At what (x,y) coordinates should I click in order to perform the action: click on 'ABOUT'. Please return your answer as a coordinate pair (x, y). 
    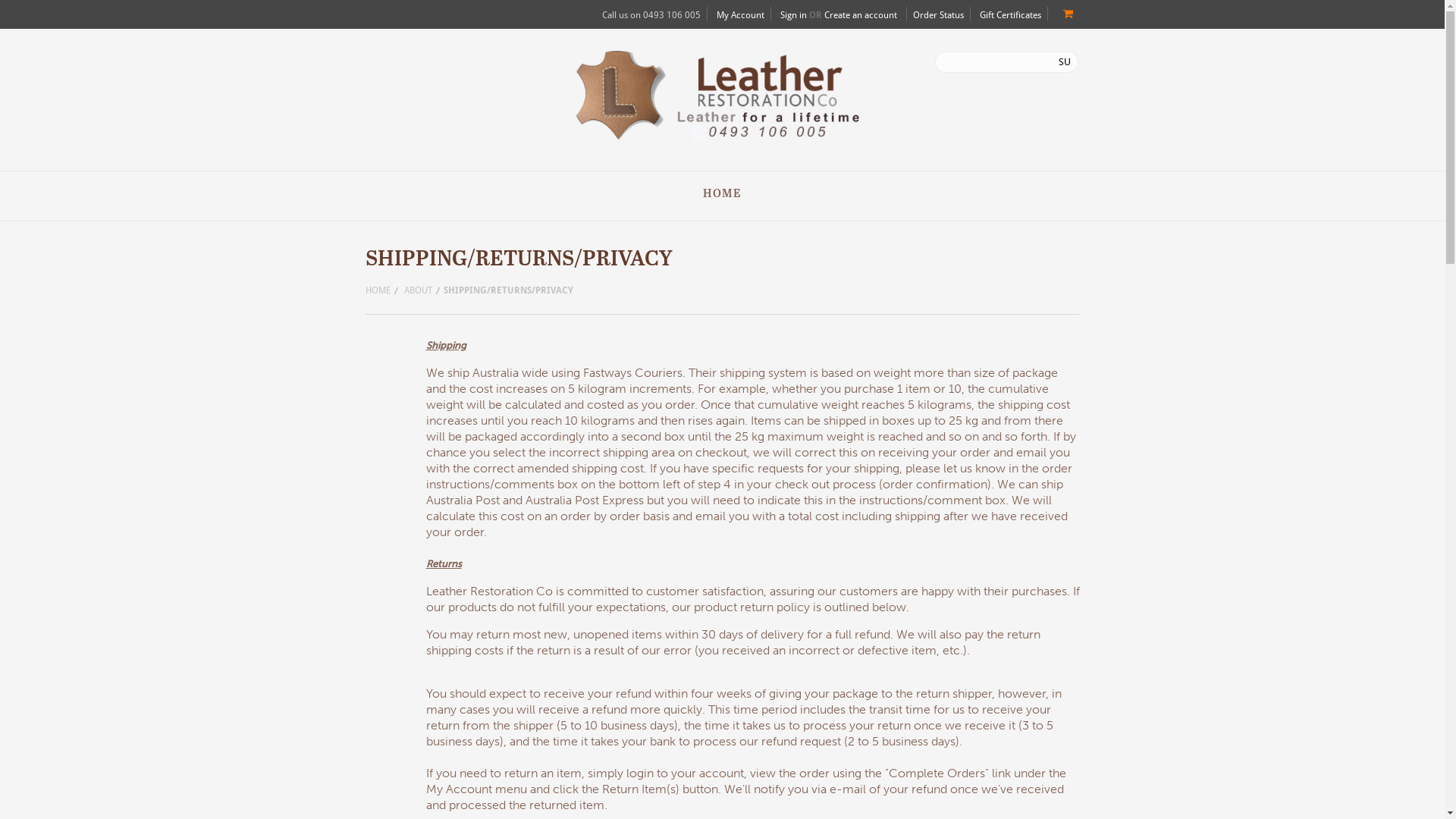
    Looking at the image, I should click on (403, 290).